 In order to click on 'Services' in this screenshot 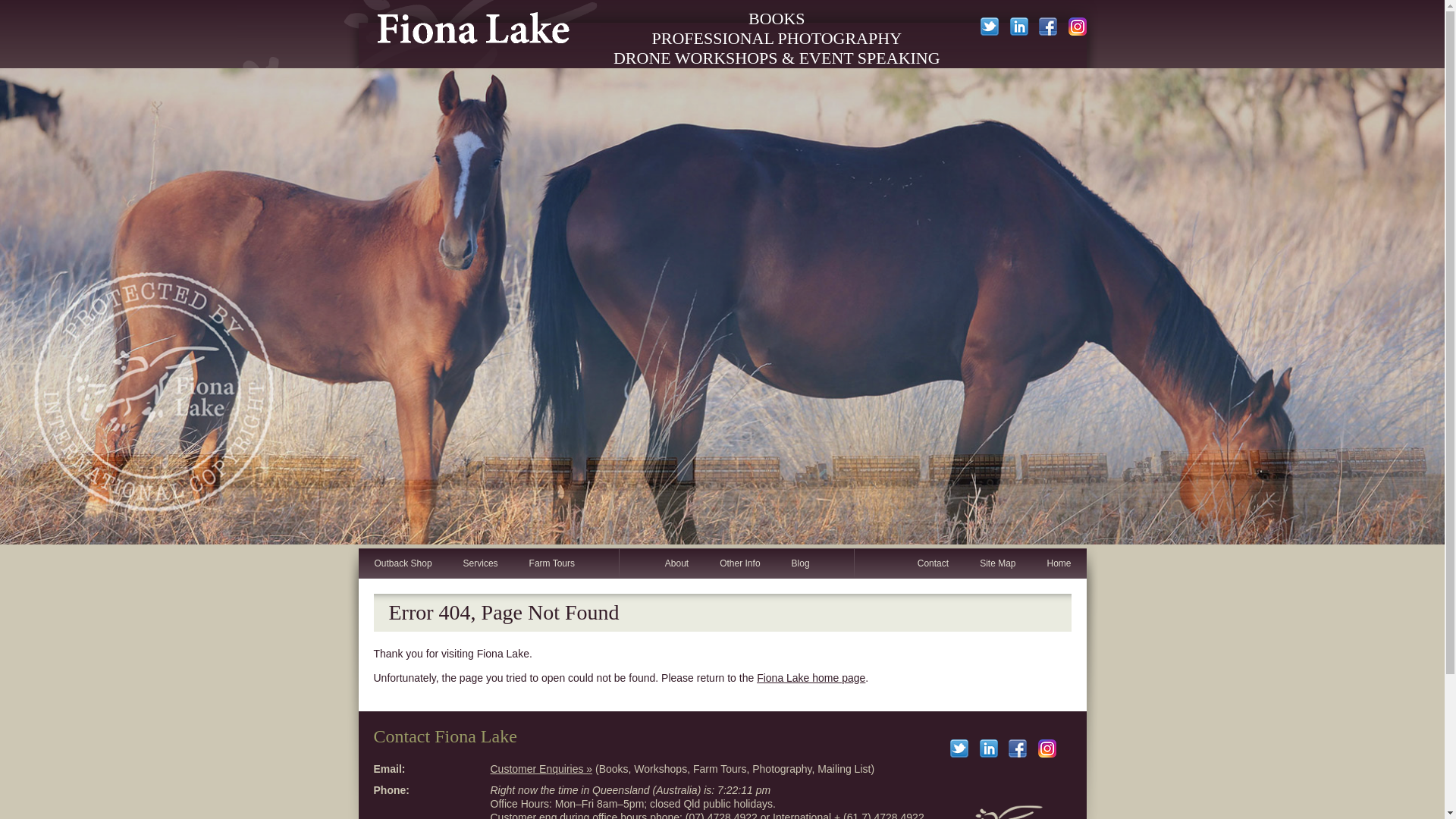, I will do `click(479, 563)`.